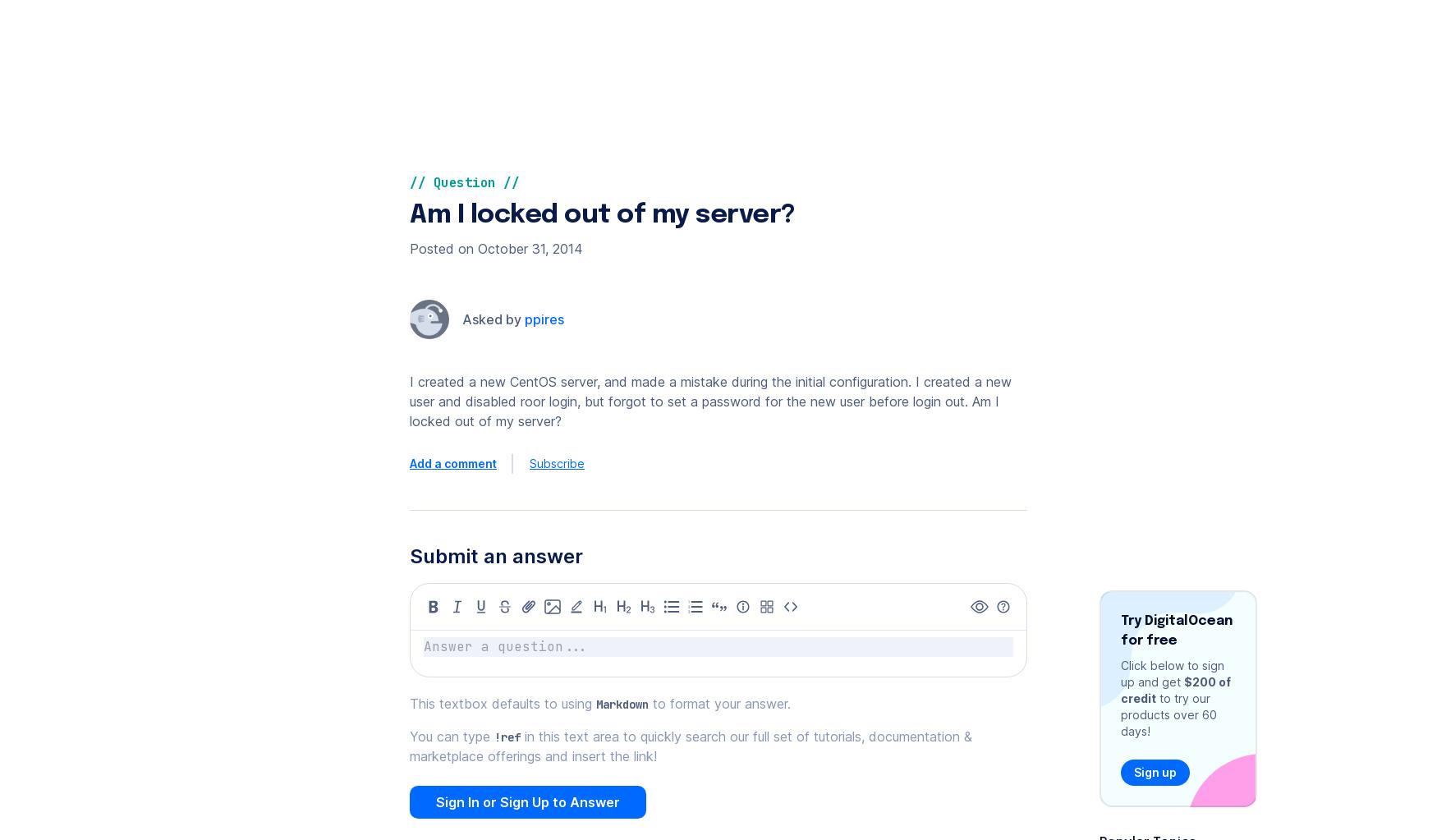 The width and height of the screenshot is (1437, 840). I want to click on 'Getting started with Go', so click(875, 49).